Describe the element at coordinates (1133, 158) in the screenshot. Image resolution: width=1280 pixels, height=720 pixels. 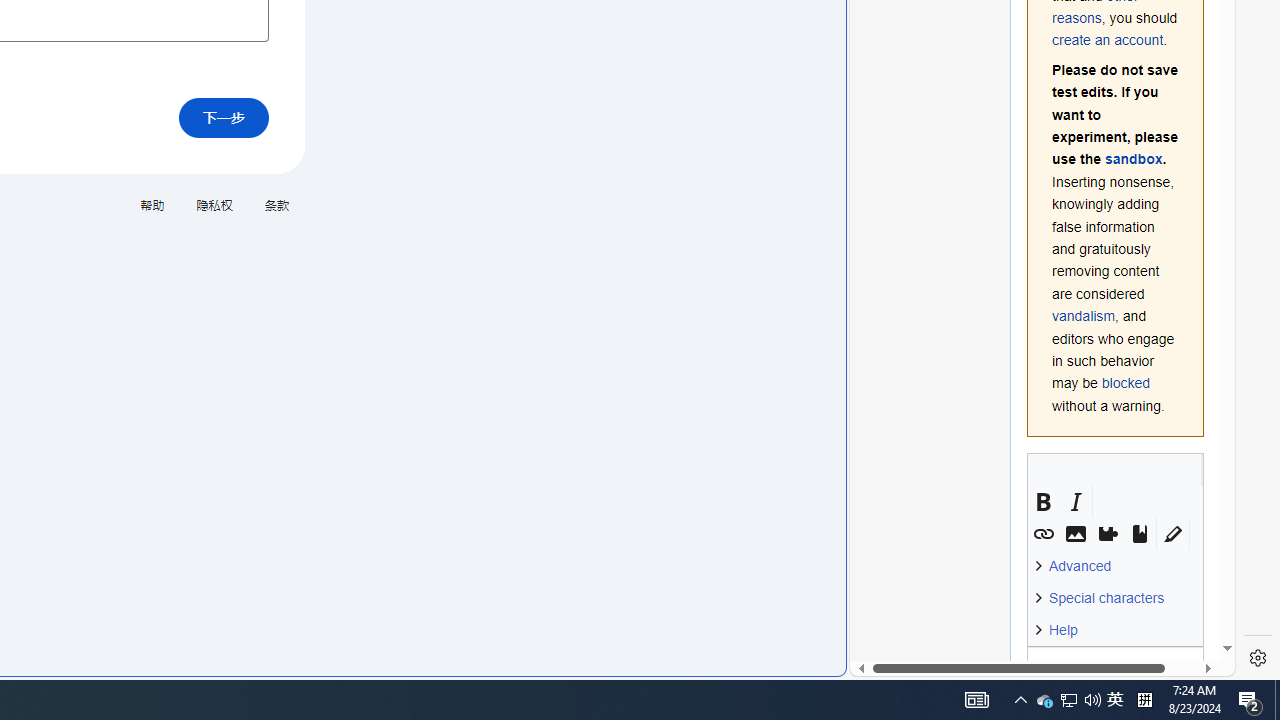
I see `'sandbox'` at that location.